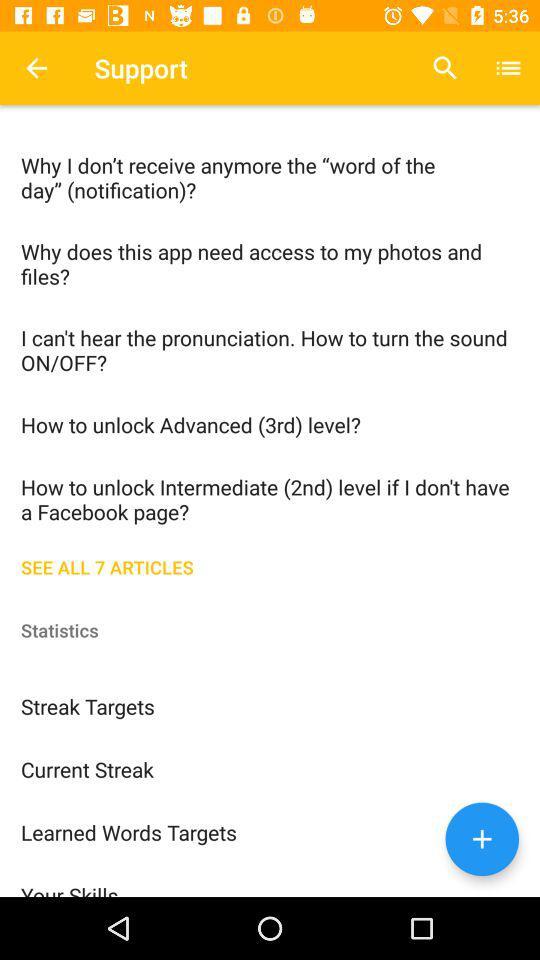  I want to click on item below the how to unlock item, so click(270, 565).